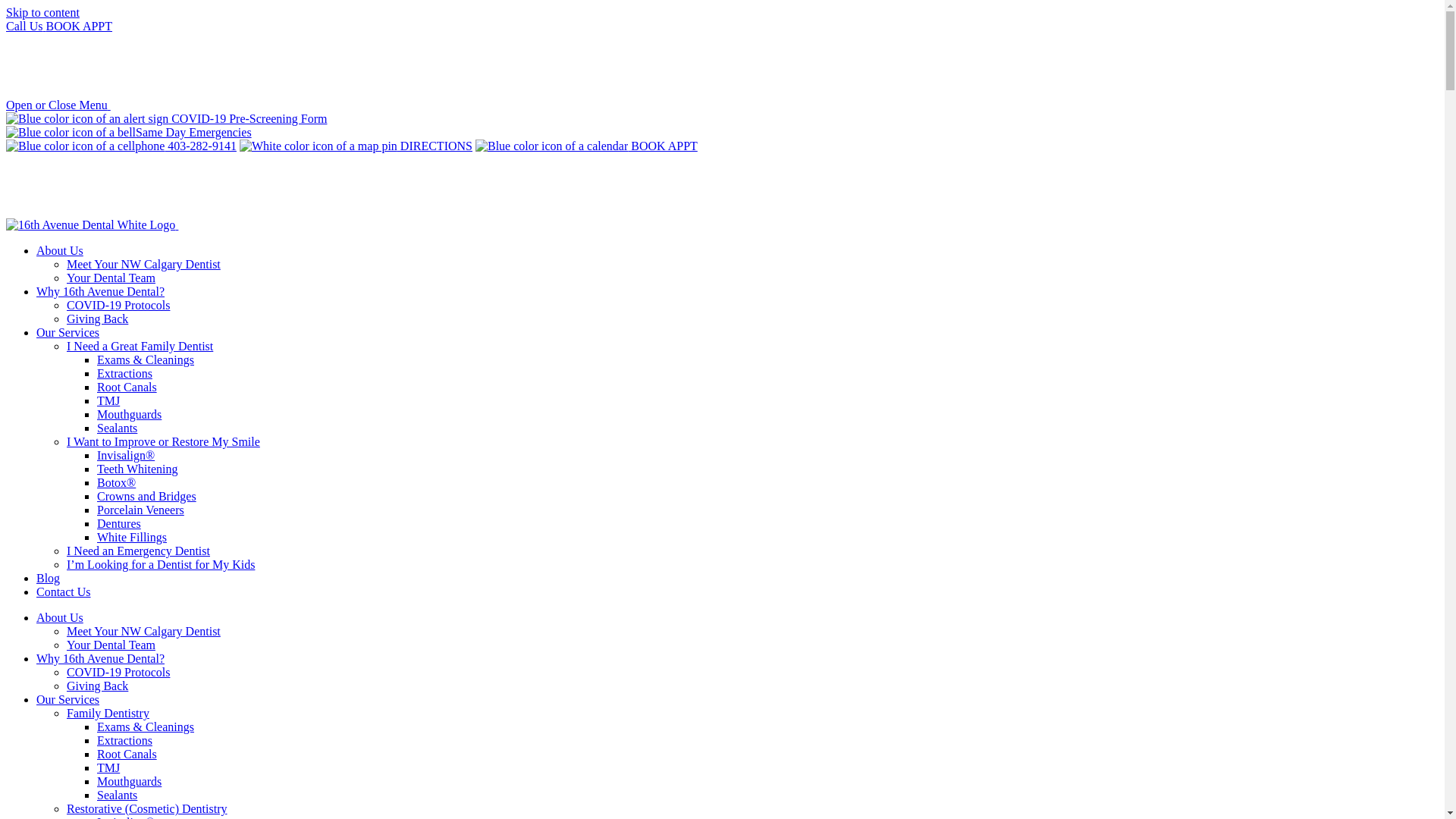 The image size is (1456, 819). I want to click on 'Family Dentistry', so click(107, 713).